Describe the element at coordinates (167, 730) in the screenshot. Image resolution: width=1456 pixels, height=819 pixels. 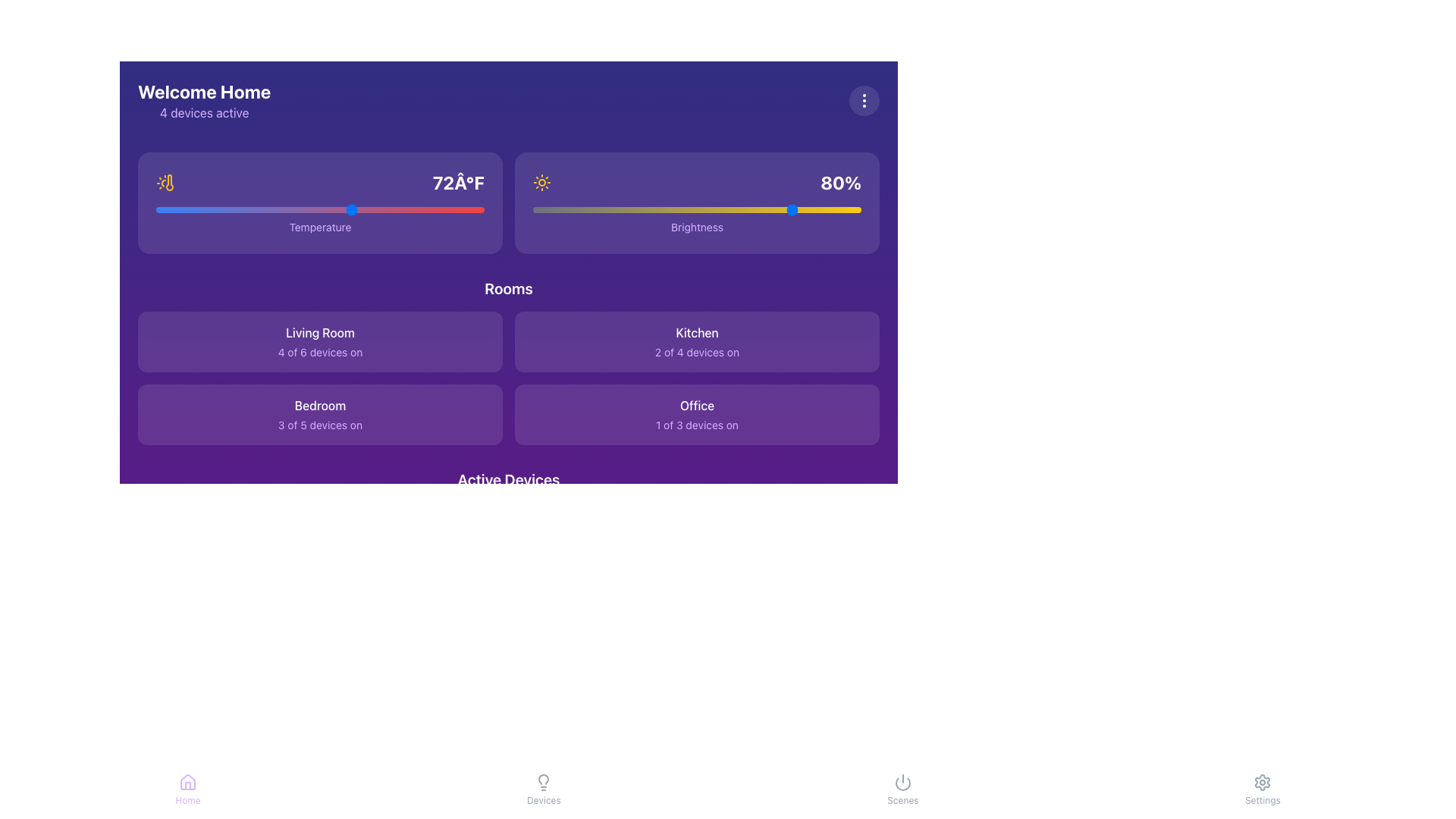
I see `the lock icon located at the bottom-left corner of the interface, which indicates a secure state and may toggle a security feature` at that location.